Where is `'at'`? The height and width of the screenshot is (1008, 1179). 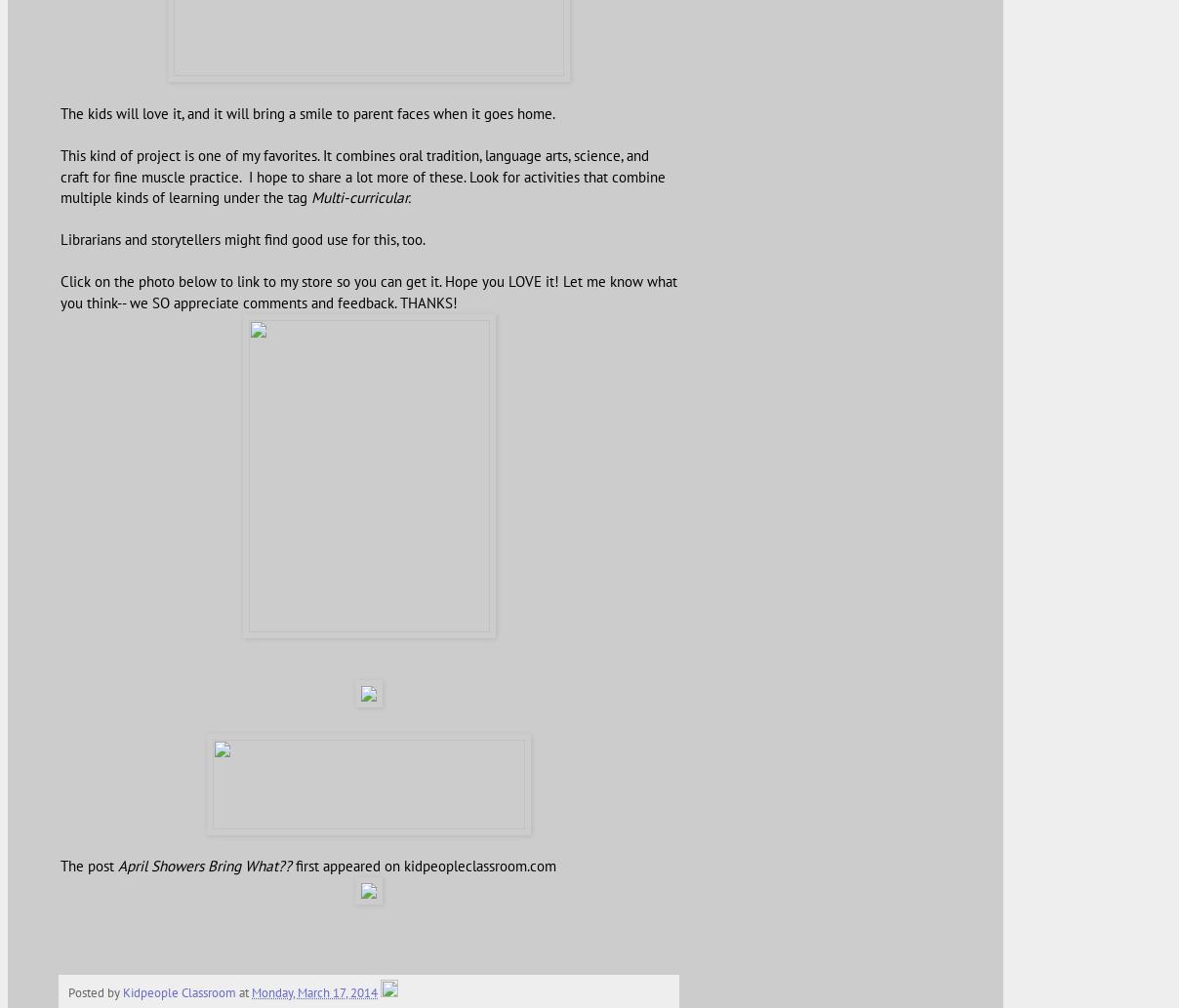 'at' is located at coordinates (238, 989).